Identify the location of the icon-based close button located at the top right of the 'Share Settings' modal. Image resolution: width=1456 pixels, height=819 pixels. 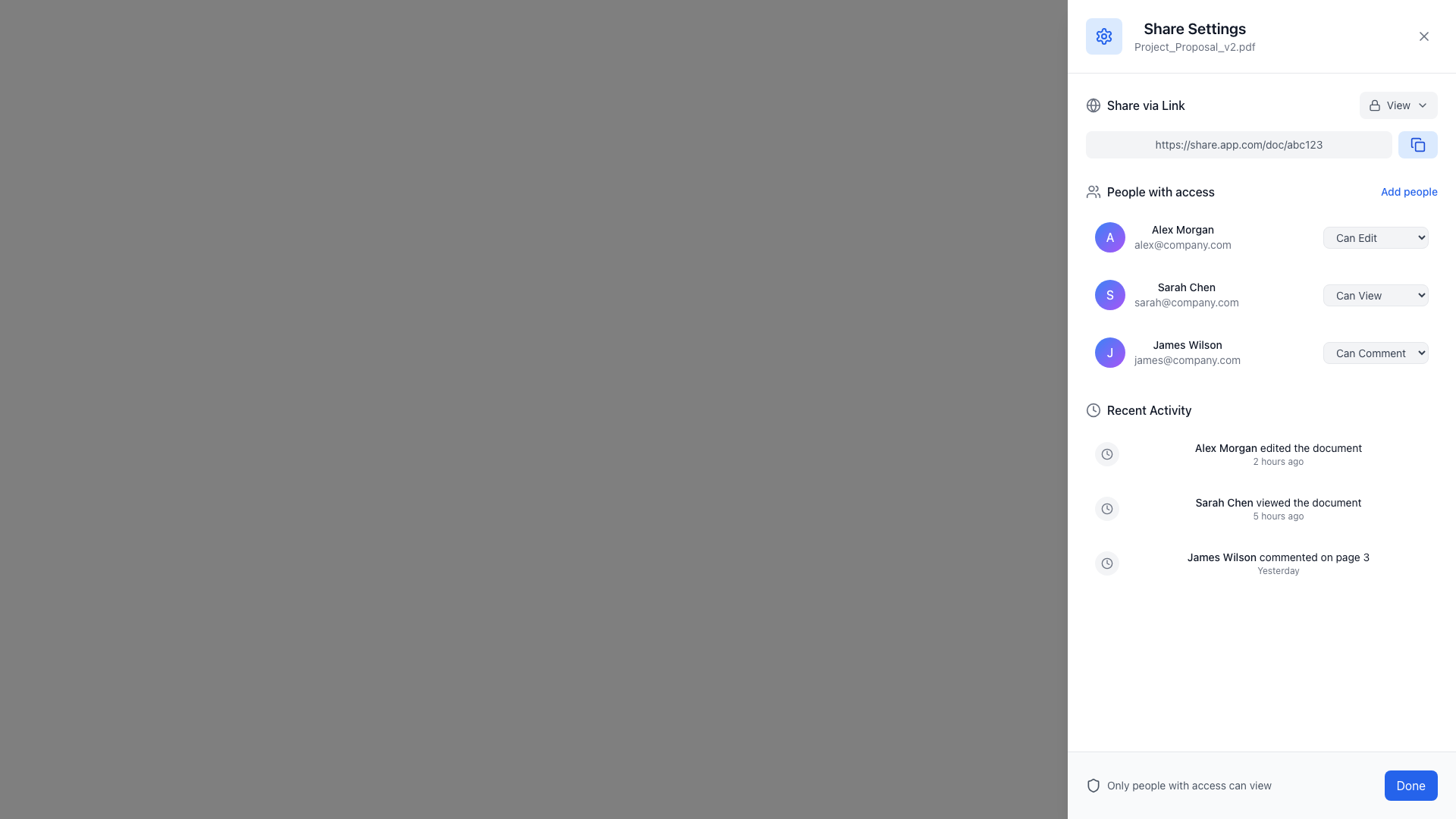
(1423, 35).